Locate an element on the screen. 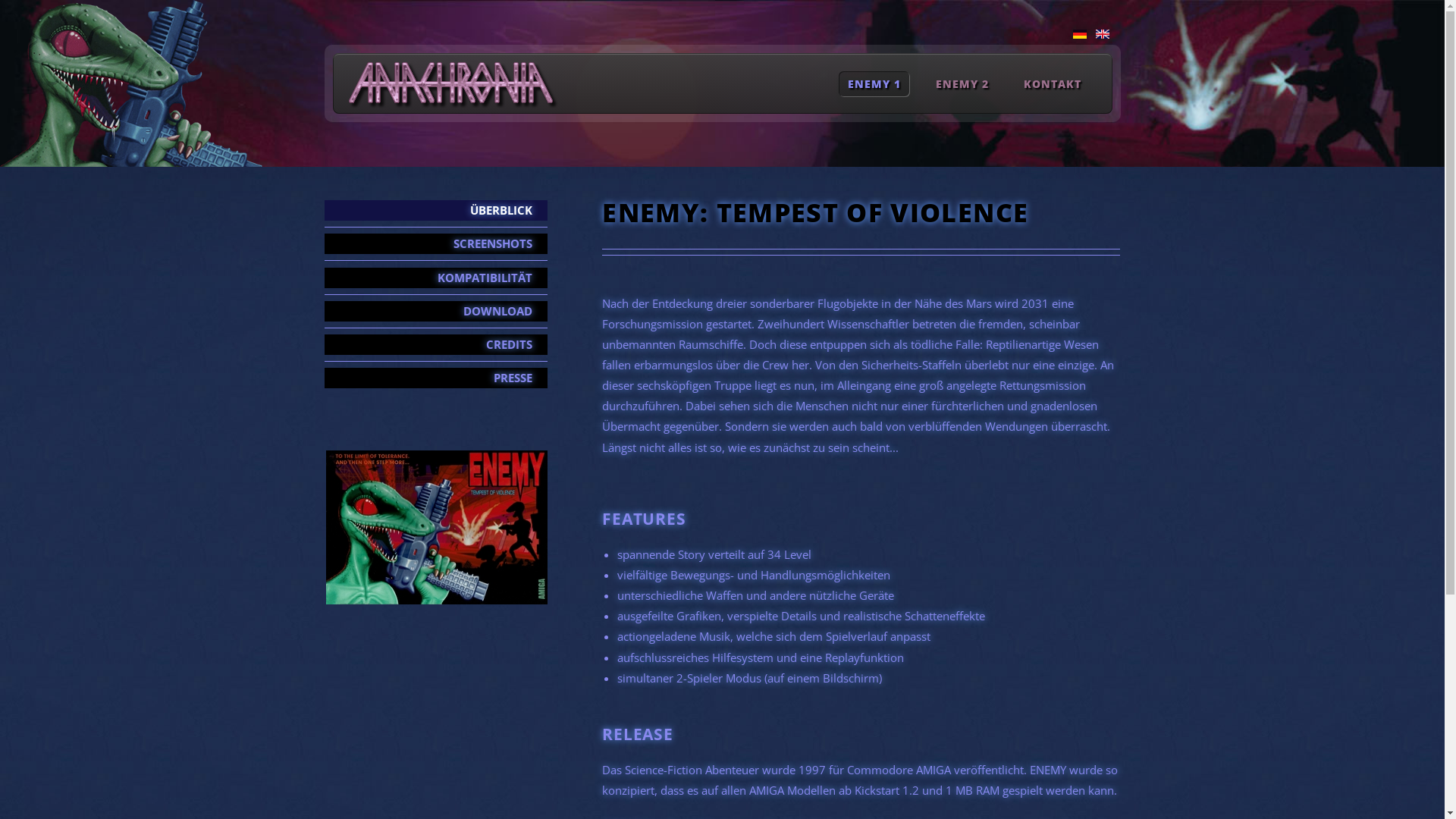 This screenshot has height=819, width=1456. 'ENEMY 2' is located at coordinates (962, 83).